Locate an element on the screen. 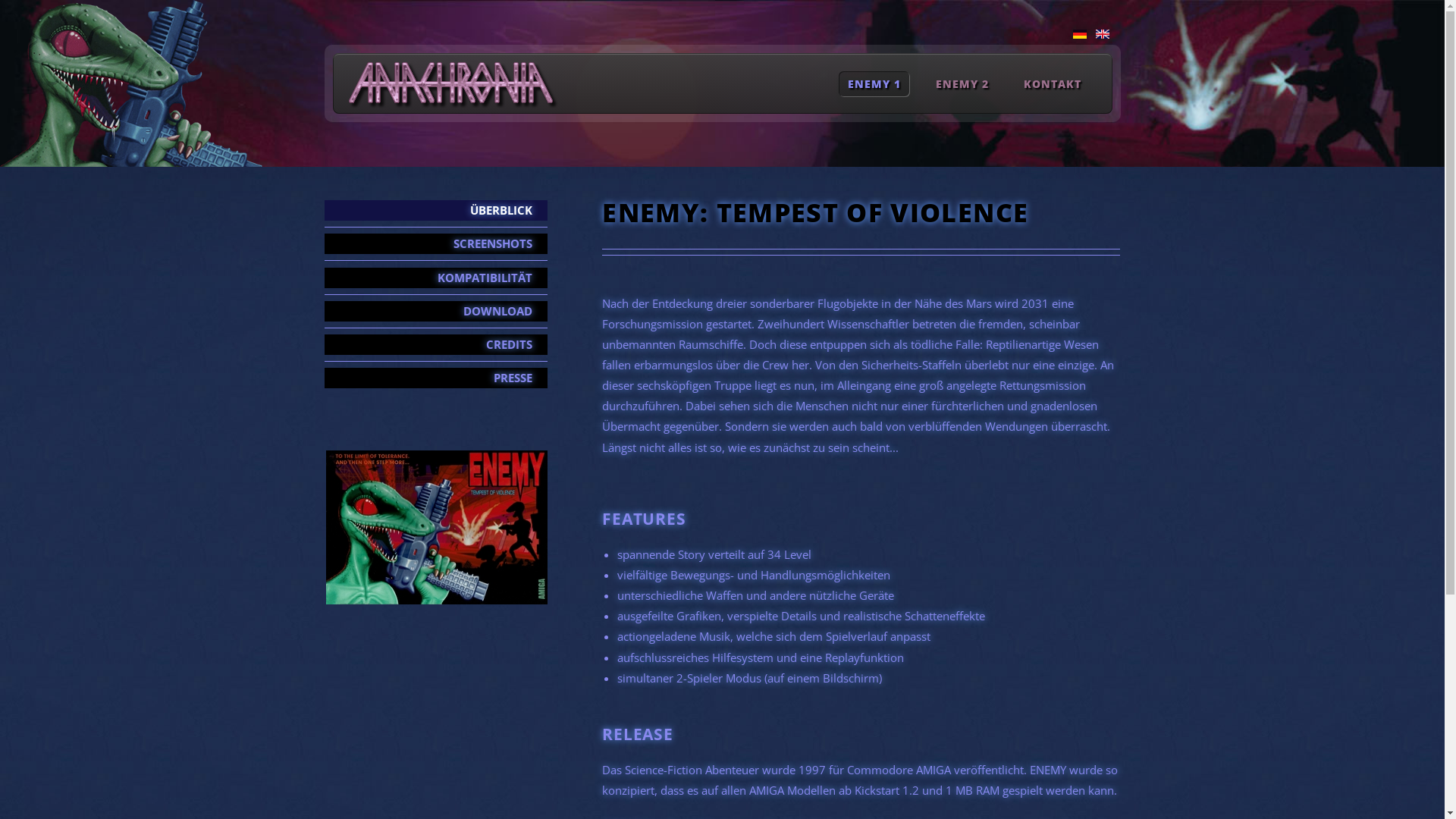 This screenshot has height=819, width=1456. 'ENEMY 2' is located at coordinates (962, 83).